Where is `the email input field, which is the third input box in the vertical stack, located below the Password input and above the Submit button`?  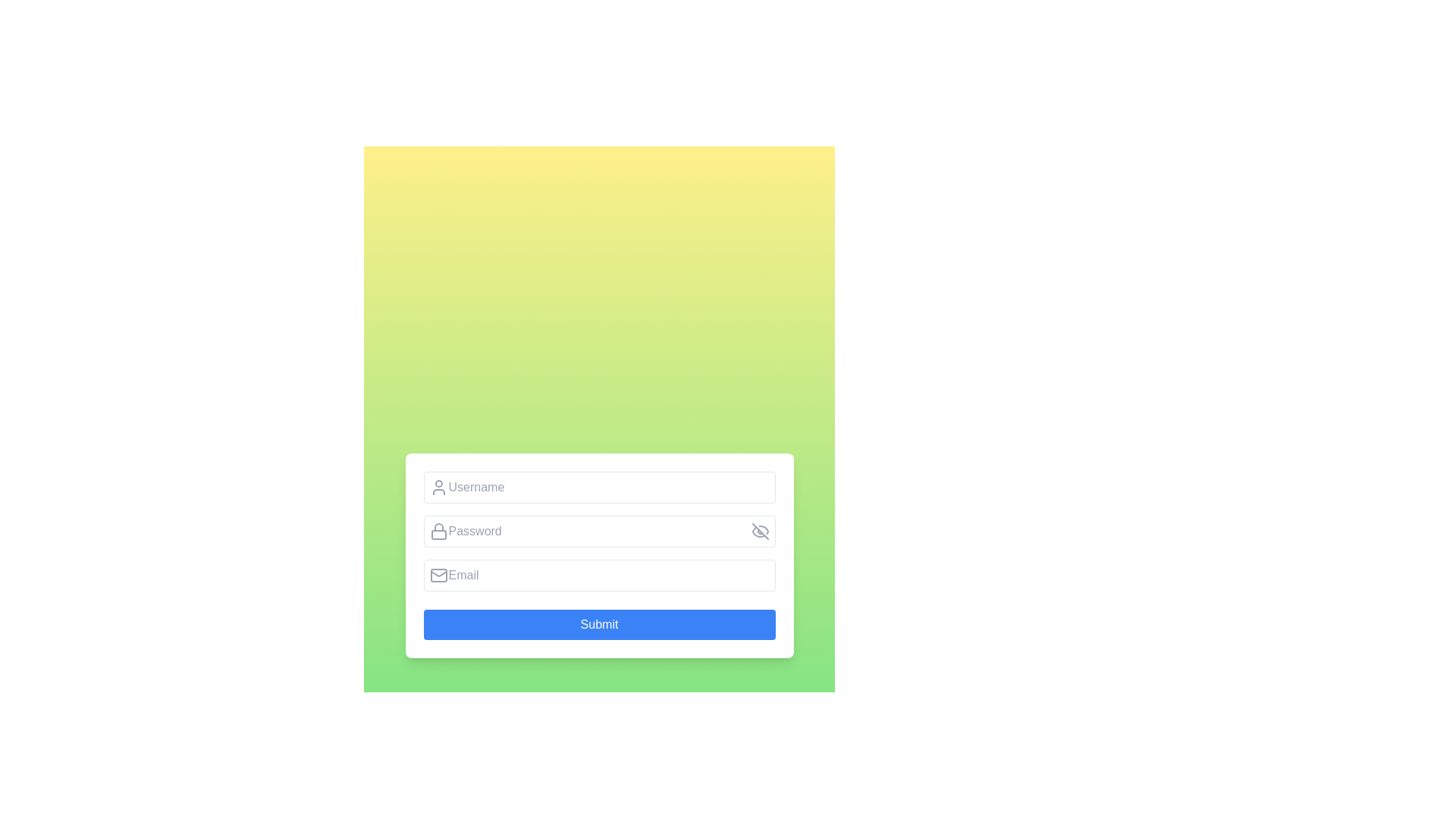
the email input field, which is the third input box in the vertical stack, located below the Password input and above the Submit button is located at coordinates (598, 576).